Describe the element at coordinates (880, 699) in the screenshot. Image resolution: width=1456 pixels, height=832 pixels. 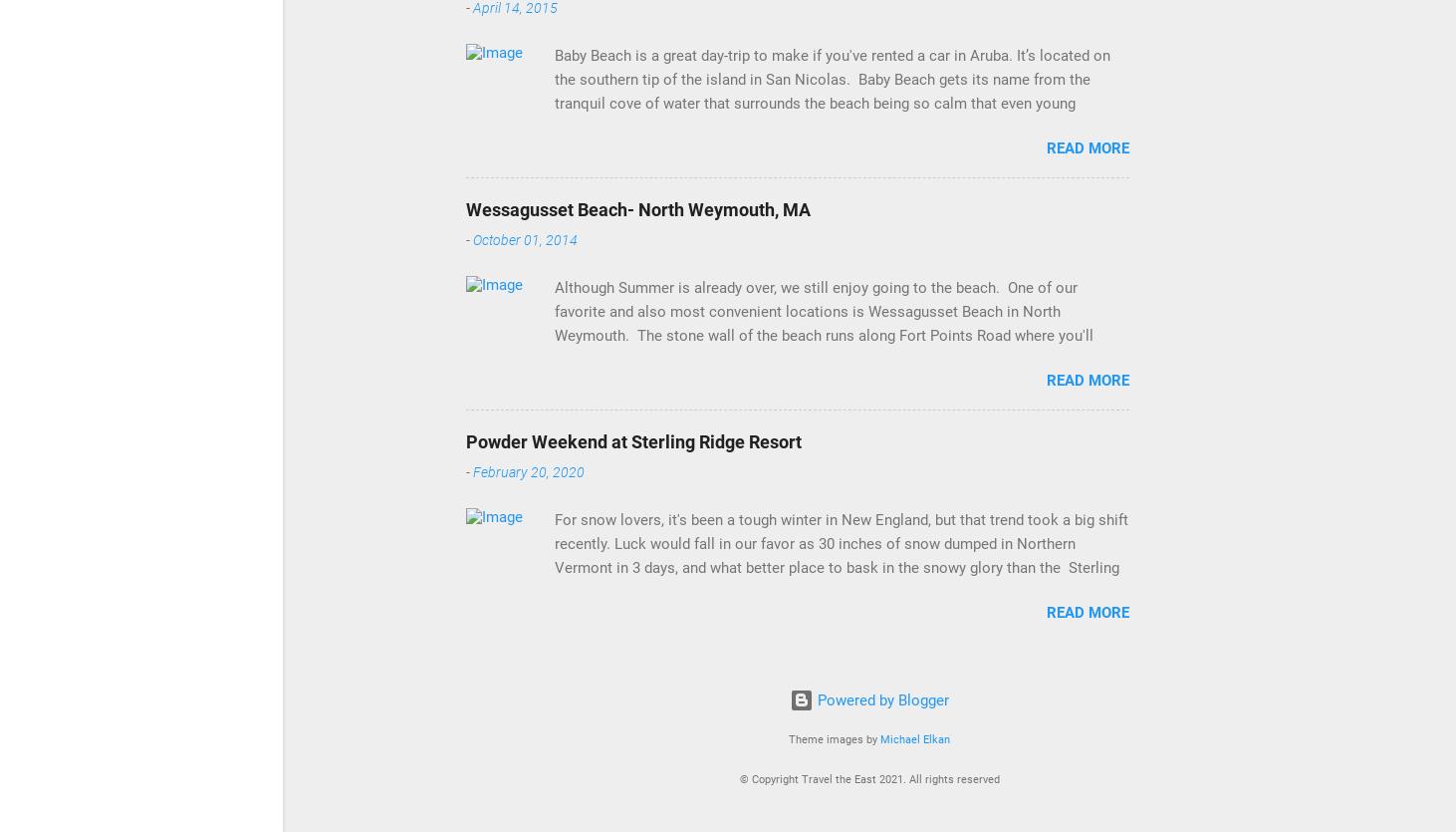
I see `'Powered by Blogger'` at that location.